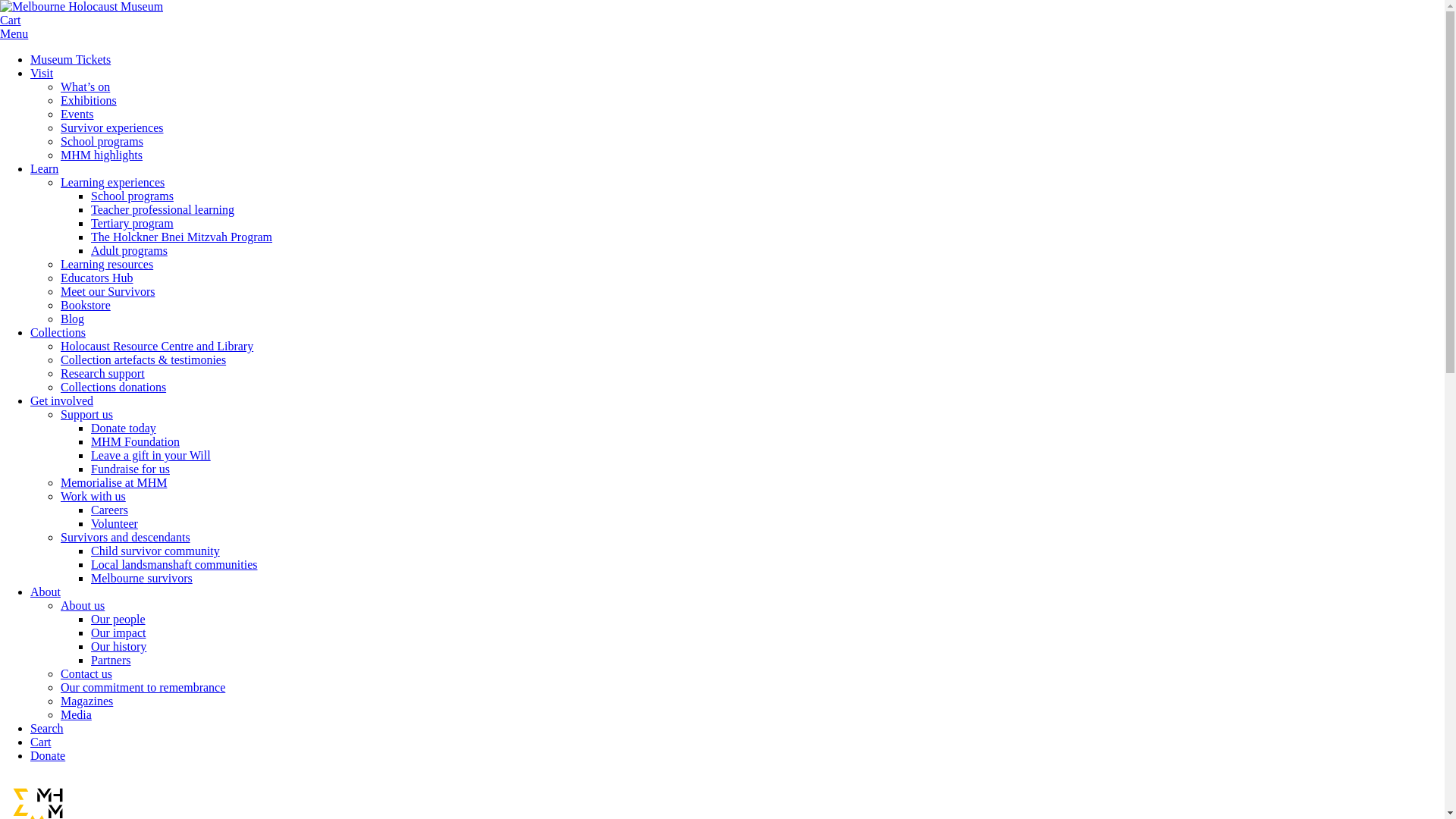 This screenshot has width=1456, height=819. I want to click on 'Holocaust Resource Centre and Library', so click(61, 346).